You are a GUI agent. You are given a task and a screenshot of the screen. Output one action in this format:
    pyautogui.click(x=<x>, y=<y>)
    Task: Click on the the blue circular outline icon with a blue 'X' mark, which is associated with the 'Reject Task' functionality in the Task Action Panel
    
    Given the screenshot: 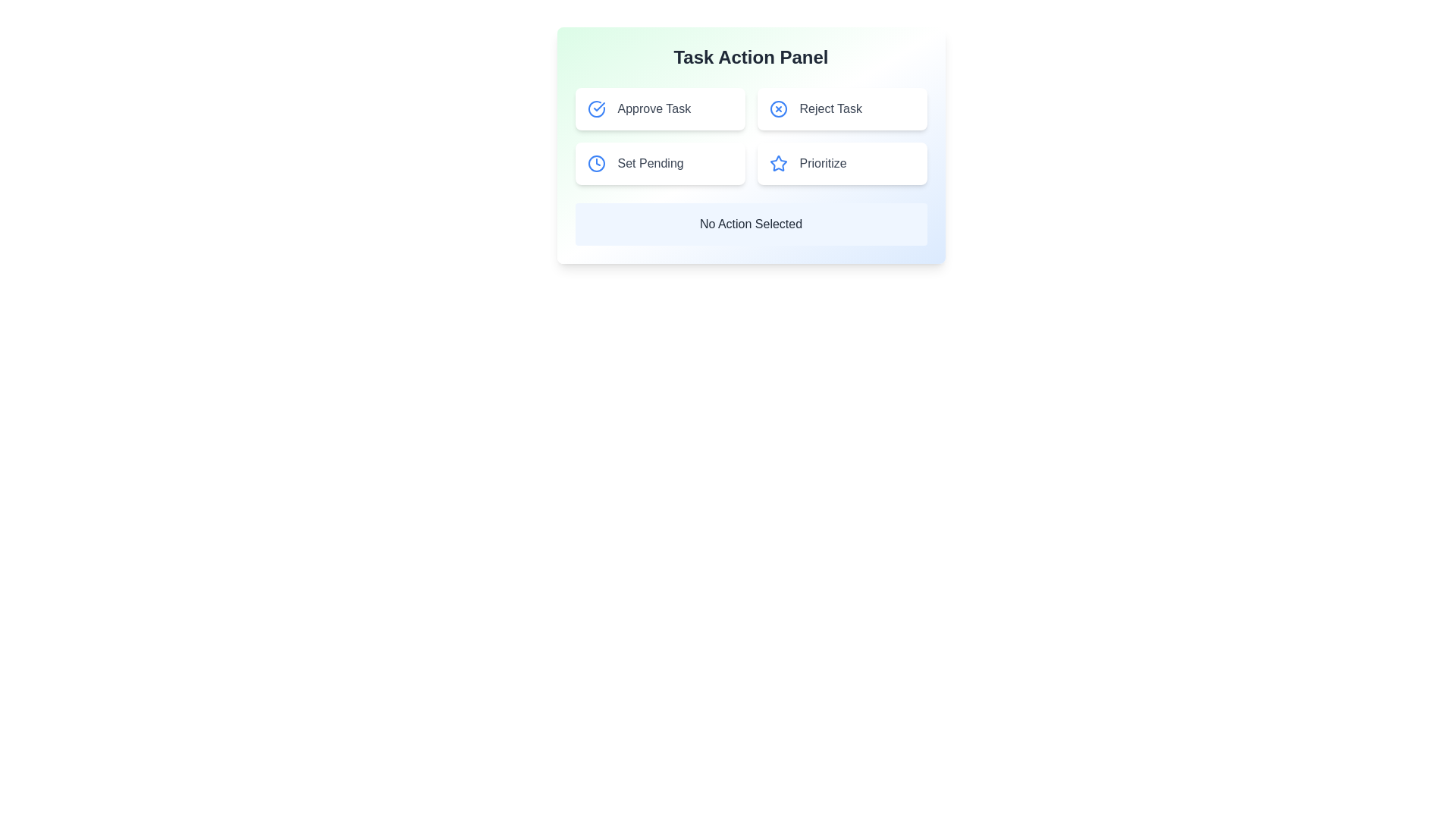 What is the action you would take?
    pyautogui.click(x=778, y=108)
    